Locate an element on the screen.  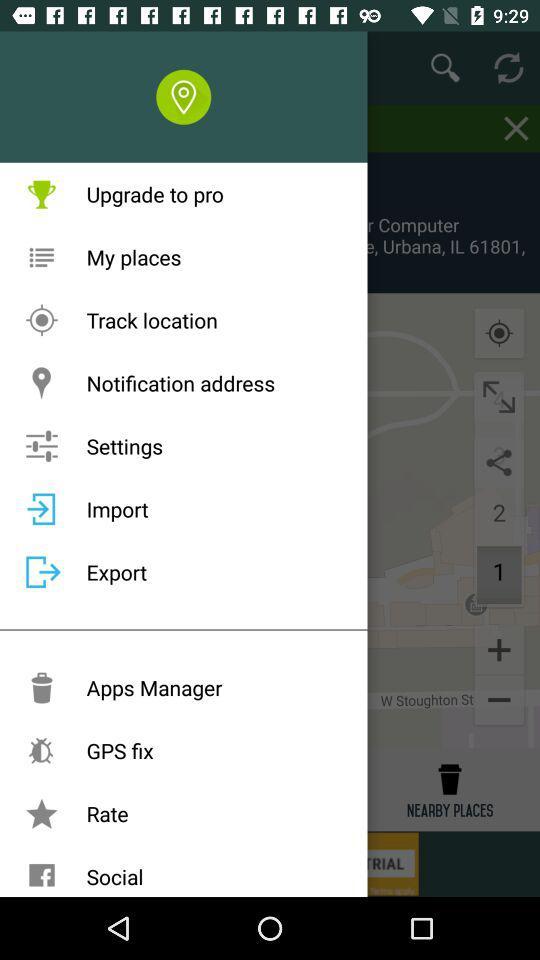
the close icon is located at coordinates (516, 127).